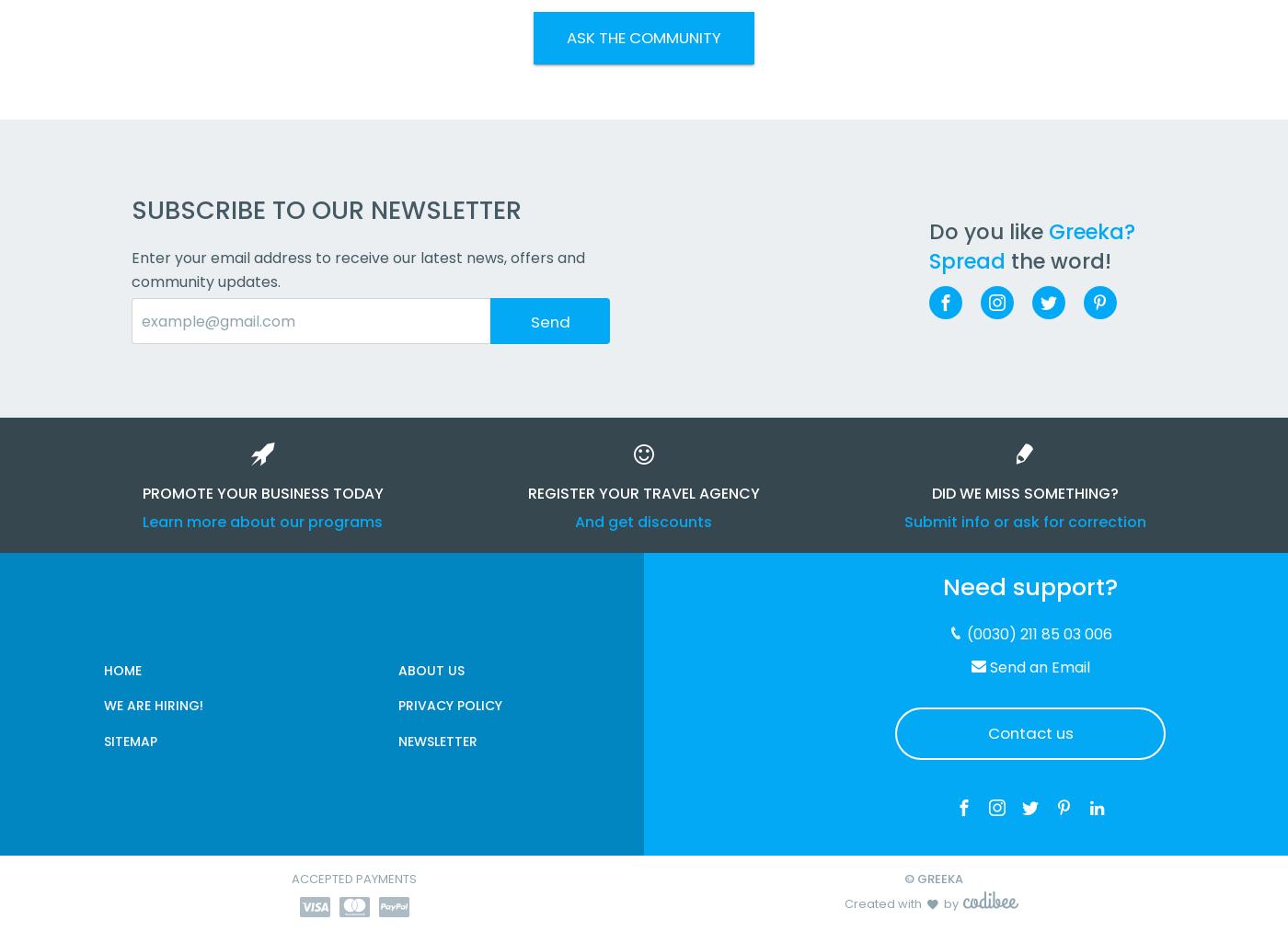 The height and width of the screenshot is (943, 1288). Describe the element at coordinates (567, 38) in the screenshot. I see `'ASK THE COMMUNITY'` at that location.